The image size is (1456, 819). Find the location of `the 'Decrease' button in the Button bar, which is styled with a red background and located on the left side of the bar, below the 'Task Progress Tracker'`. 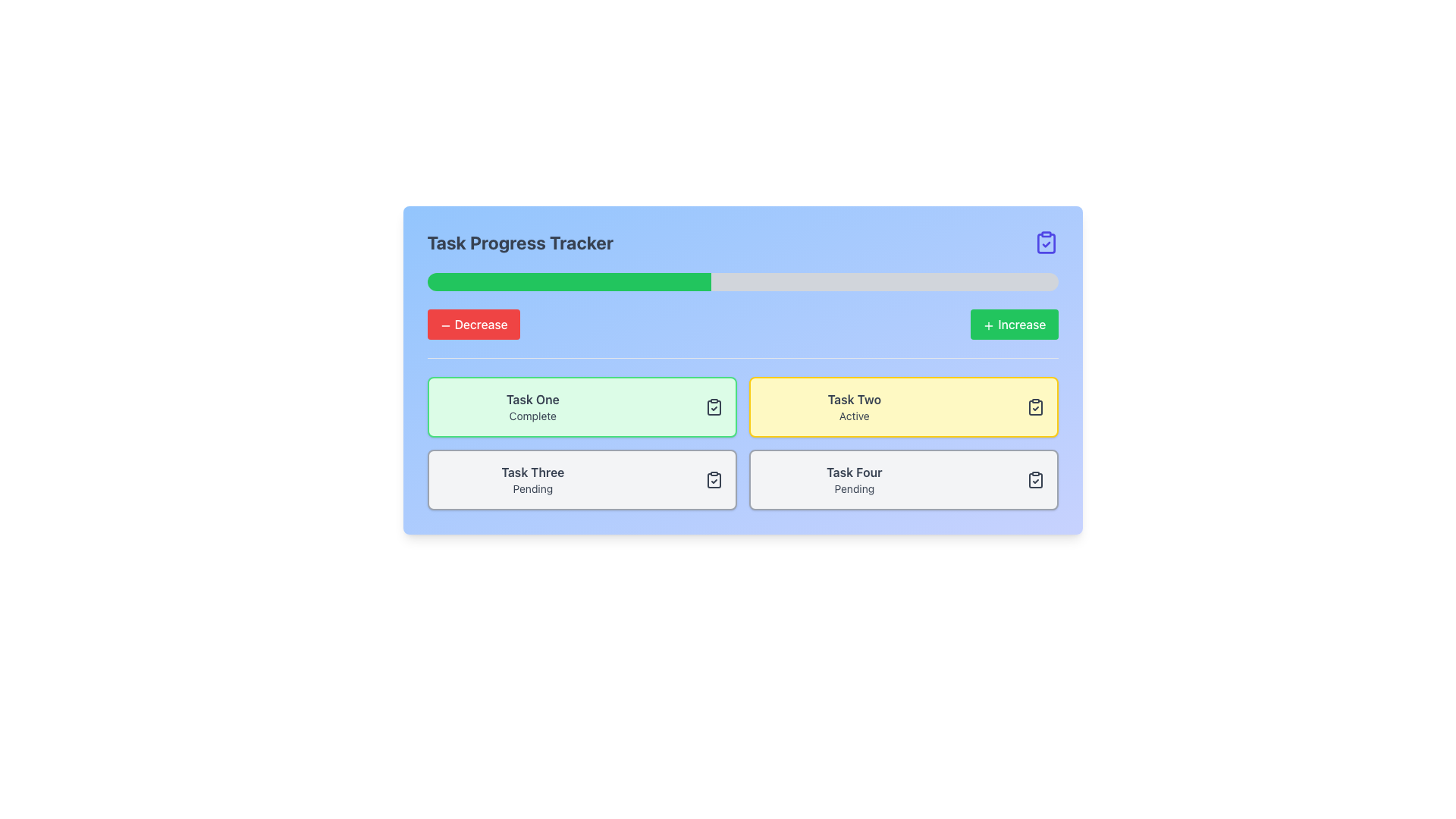

the 'Decrease' button in the Button bar, which is styled with a red background and located on the left side of the bar, below the 'Task Progress Tracker' is located at coordinates (742, 324).